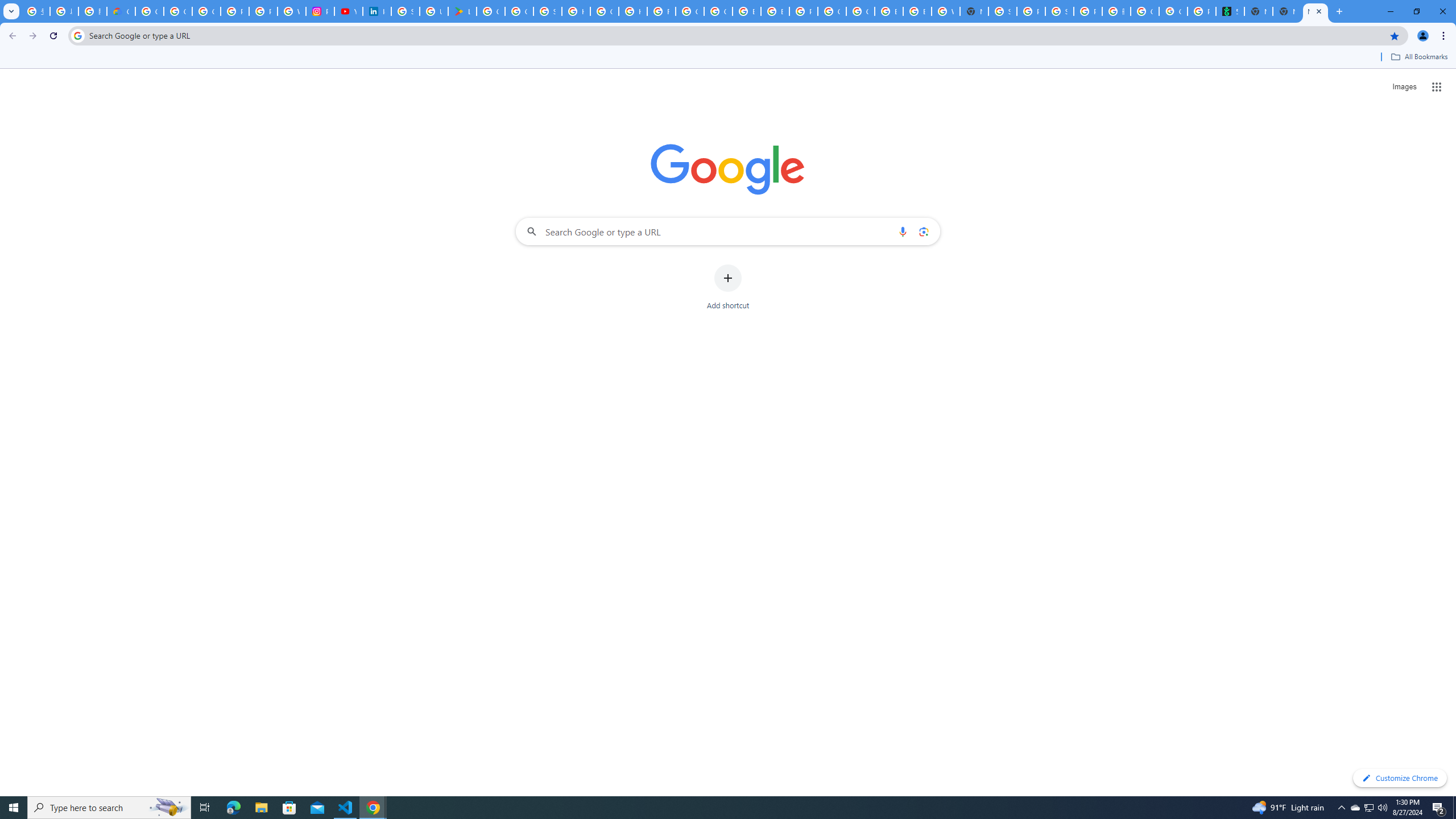 The width and height of the screenshot is (1456, 819). What do you see at coordinates (348, 11) in the screenshot?
I see `'YouTube Culture & Trends - On The Rise: Handcam Videos'` at bounding box center [348, 11].